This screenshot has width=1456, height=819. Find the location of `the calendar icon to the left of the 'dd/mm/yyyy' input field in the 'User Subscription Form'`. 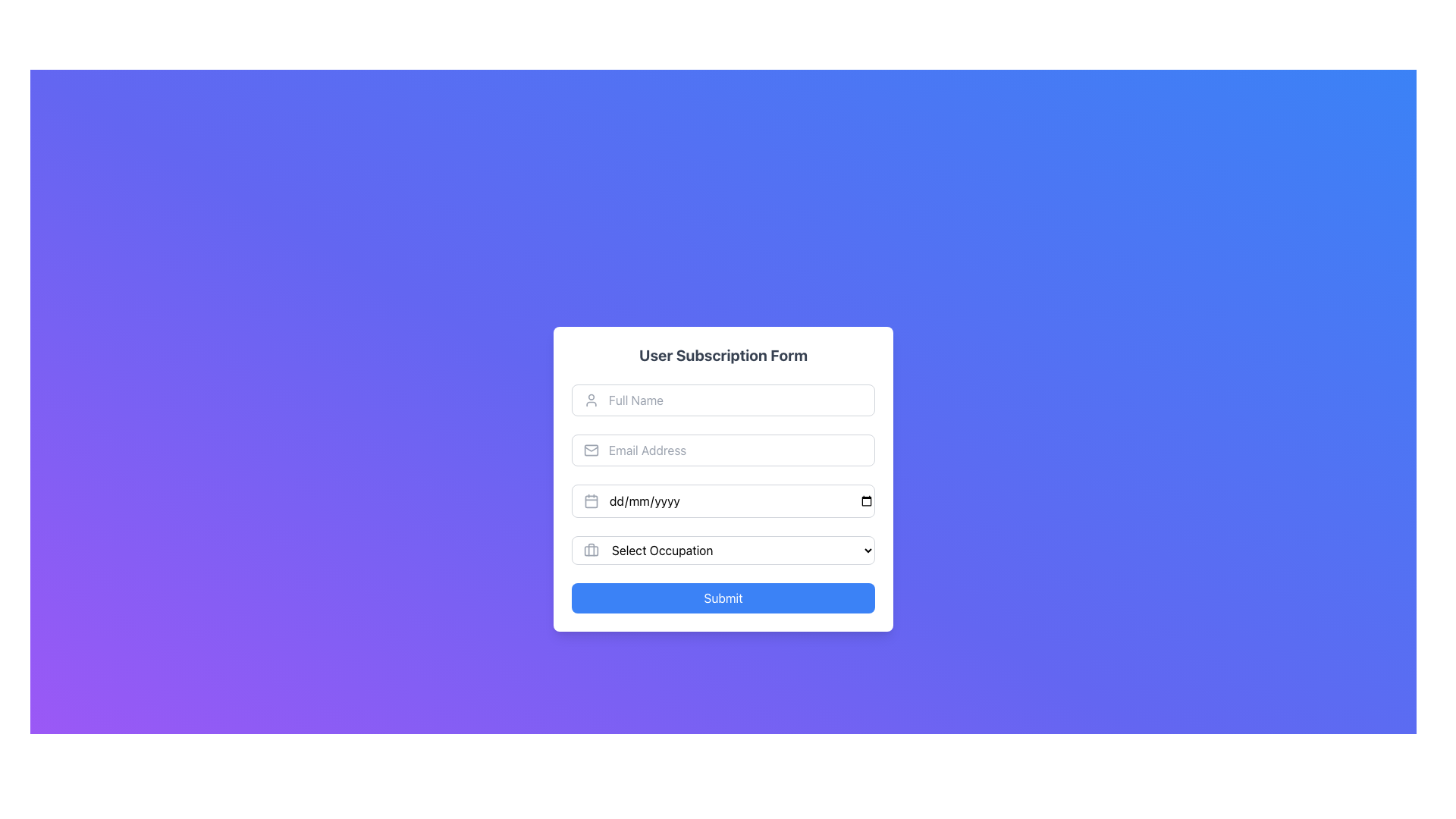

the calendar icon to the left of the 'dd/mm/yyyy' input field in the 'User Subscription Form' is located at coordinates (590, 500).